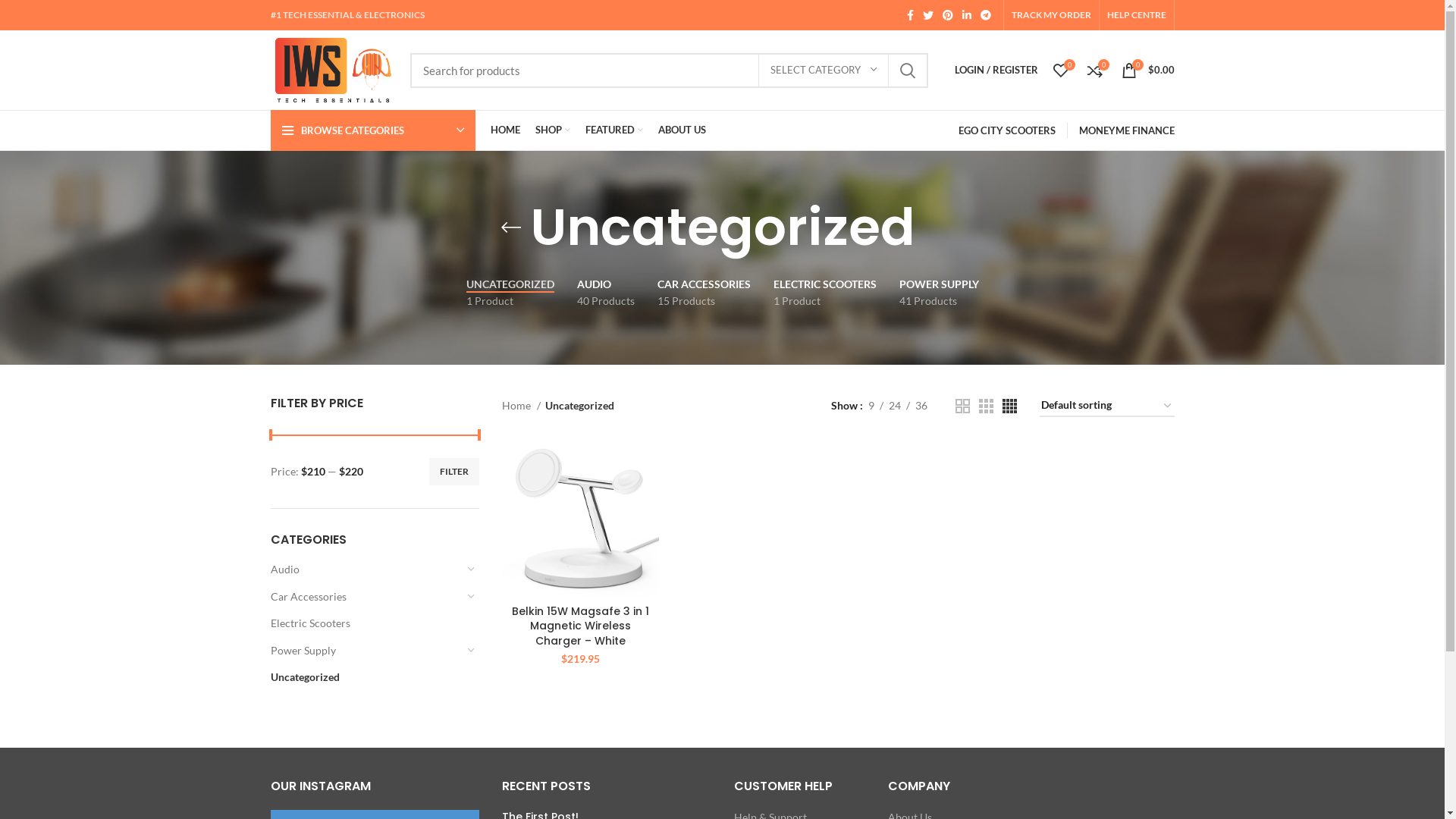 Image resolution: width=1456 pixels, height=819 pixels. What do you see at coordinates (521, 405) in the screenshot?
I see `'Home'` at bounding box center [521, 405].